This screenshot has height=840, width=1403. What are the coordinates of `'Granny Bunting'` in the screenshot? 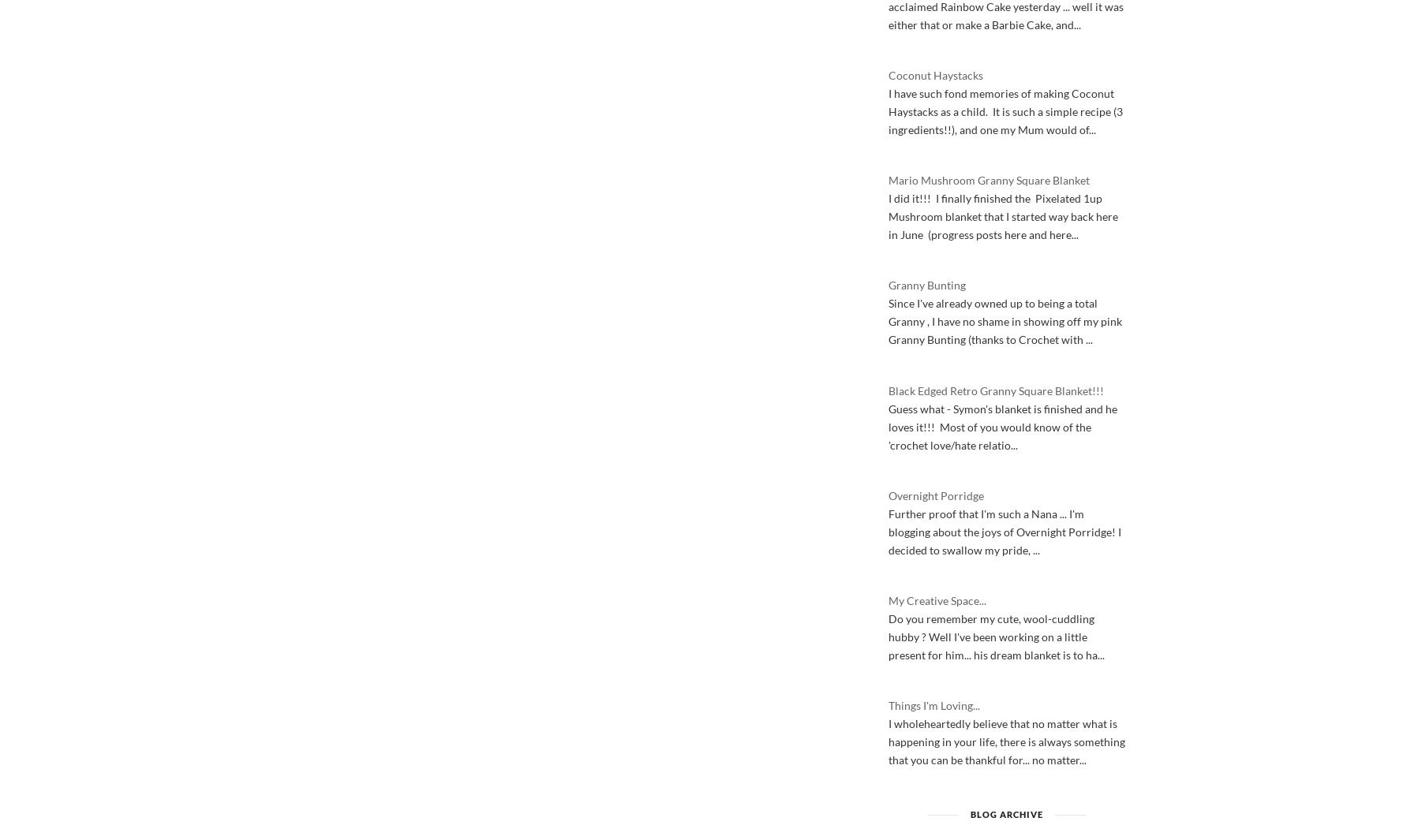 It's located at (926, 284).